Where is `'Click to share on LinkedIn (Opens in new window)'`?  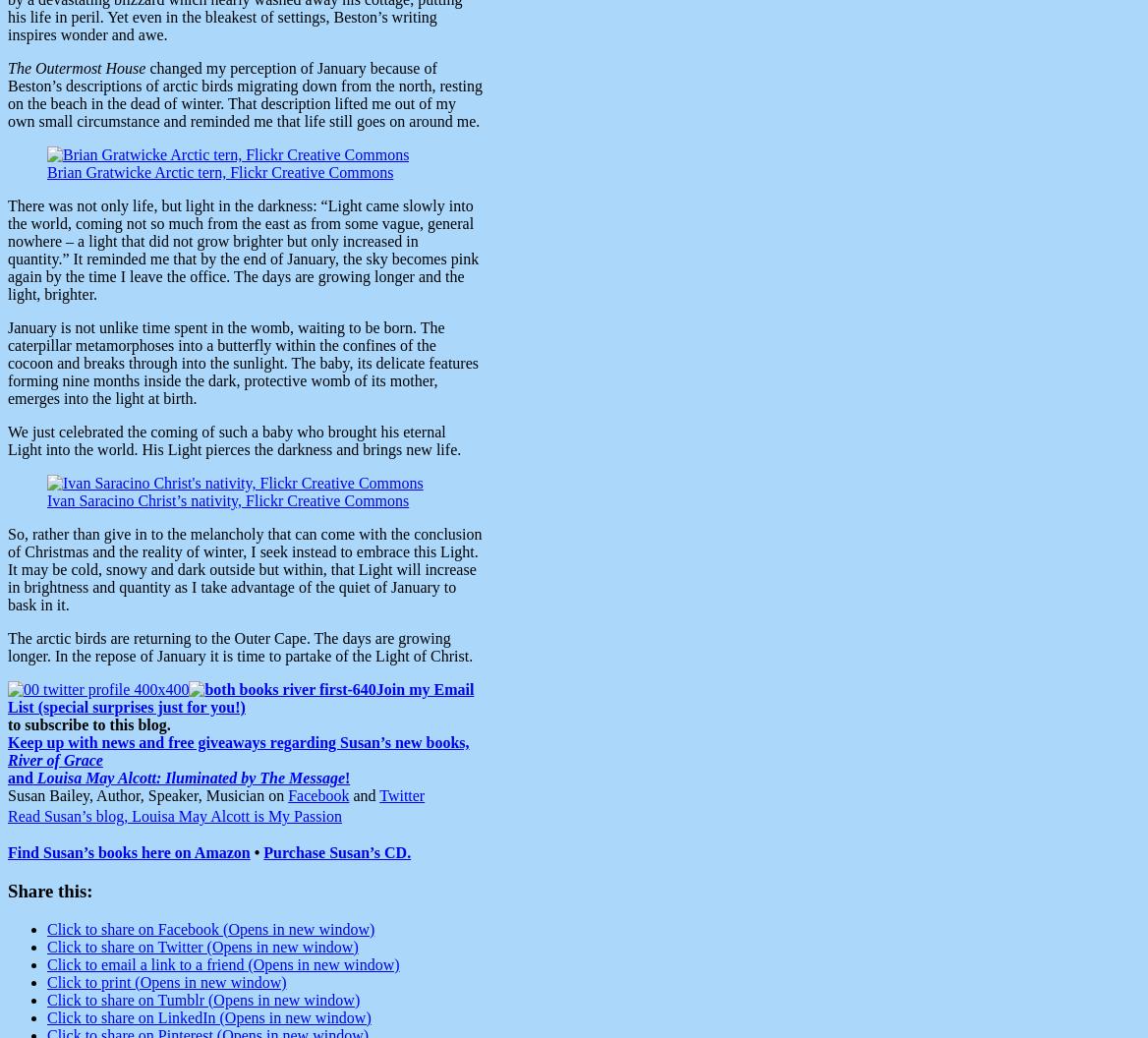
'Click to share on LinkedIn (Opens in new window)' is located at coordinates (208, 1015).